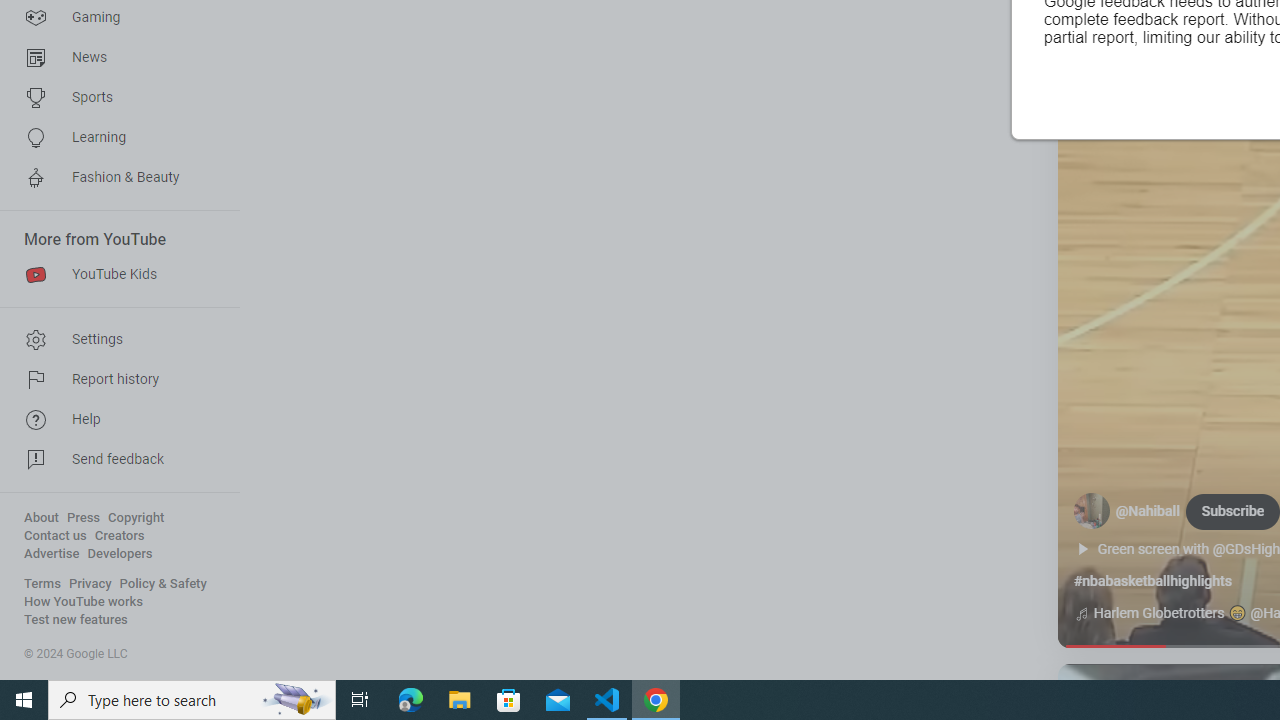 The image size is (1280, 720). I want to click on 'Creators', so click(118, 535).